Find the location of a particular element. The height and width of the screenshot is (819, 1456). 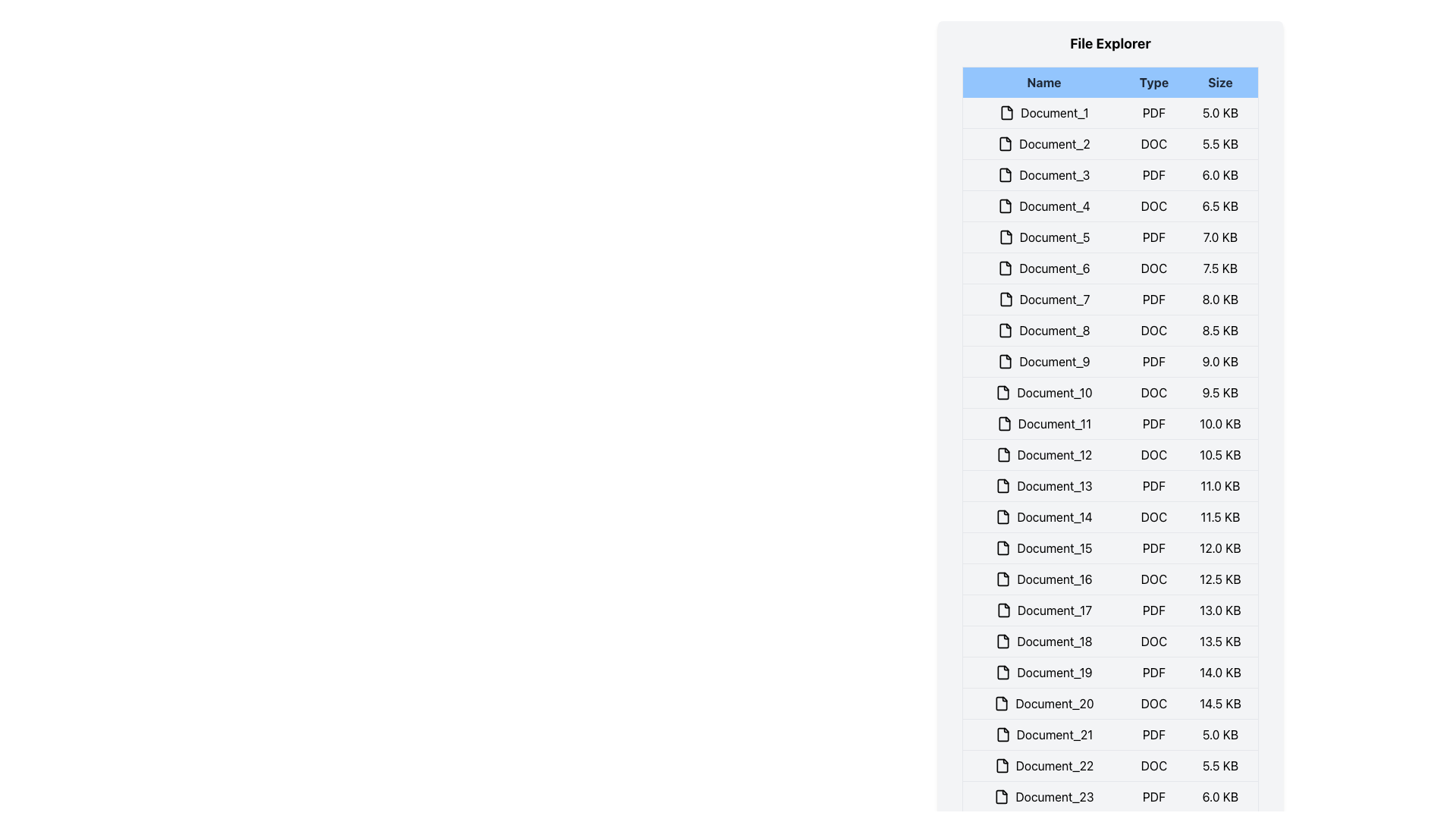

the 'Size' label, which is a bold text label located in the header row of a table, specifically the third column, aligned to the right of 'Name' and 'Type' is located at coordinates (1220, 82).